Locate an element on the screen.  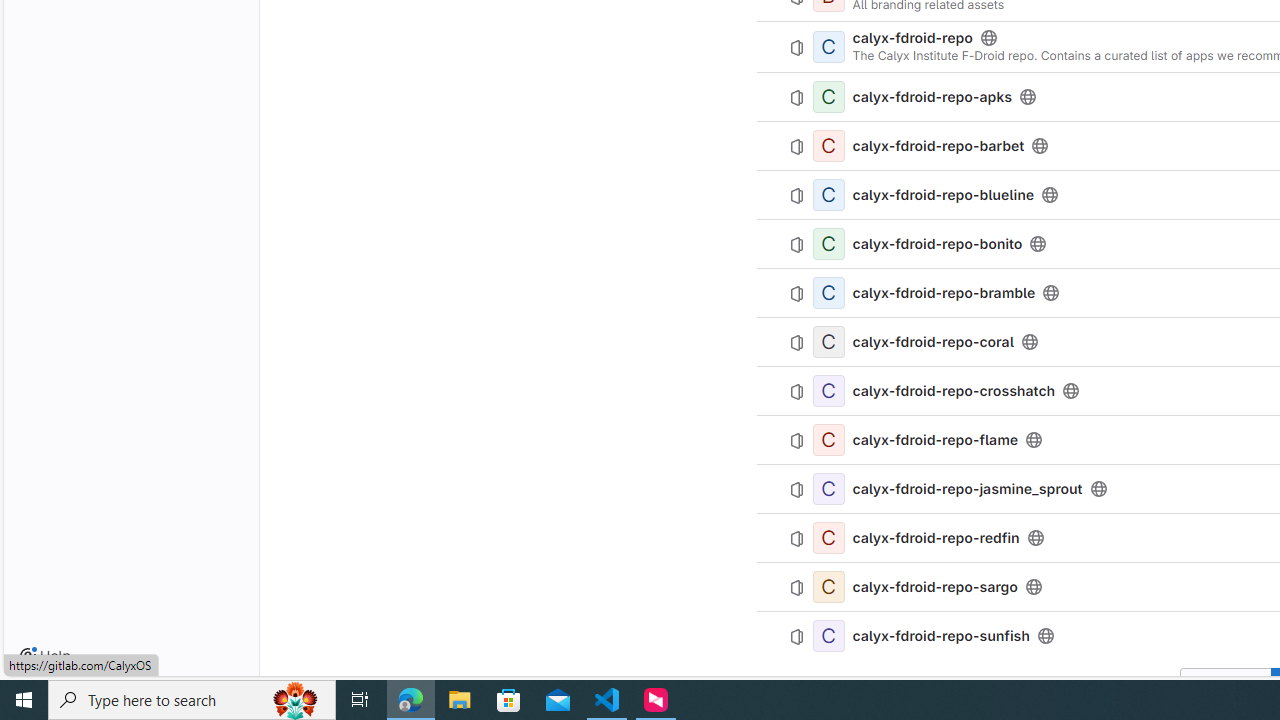
'calyx-fdroid-repo-jasmine_sprout' is located at coordinates (967, 488).